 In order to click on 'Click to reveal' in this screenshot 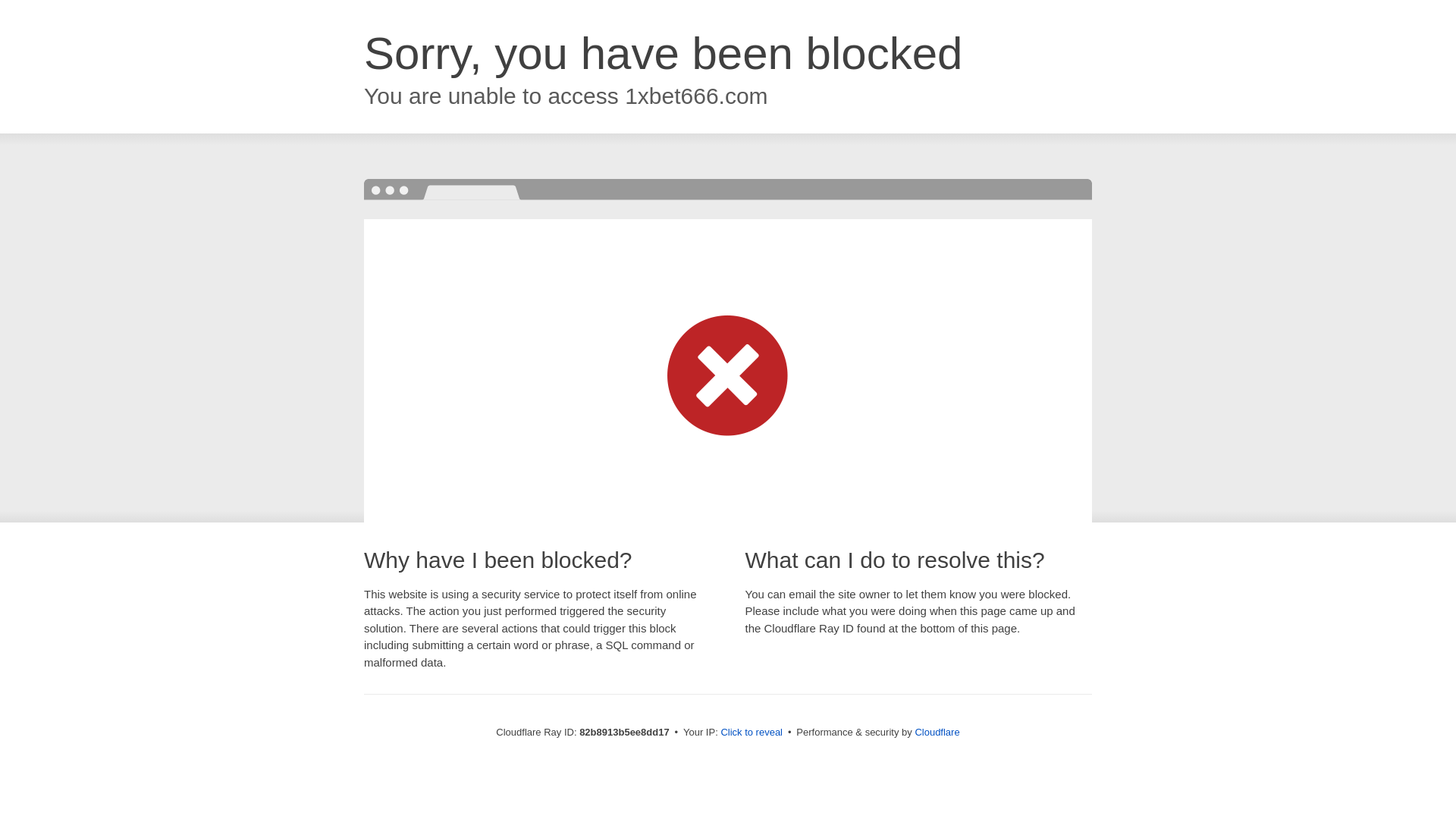, I will do `click(751, 731)`.